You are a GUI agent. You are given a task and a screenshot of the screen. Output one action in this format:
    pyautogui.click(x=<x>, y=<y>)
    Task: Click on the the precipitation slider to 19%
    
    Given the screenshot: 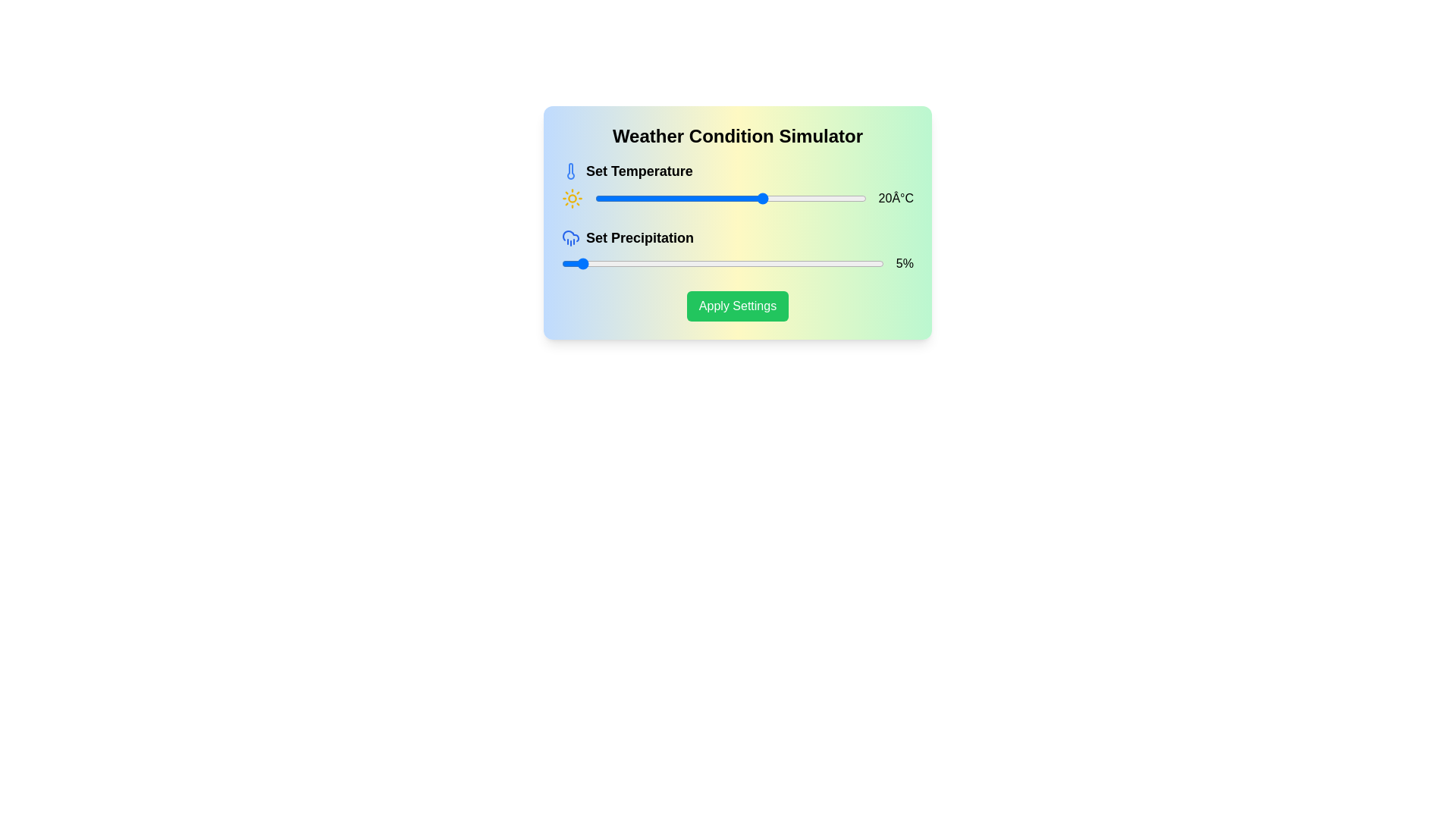 What is the action you would take?
    pyautogui.click(x=623, y=262)
    